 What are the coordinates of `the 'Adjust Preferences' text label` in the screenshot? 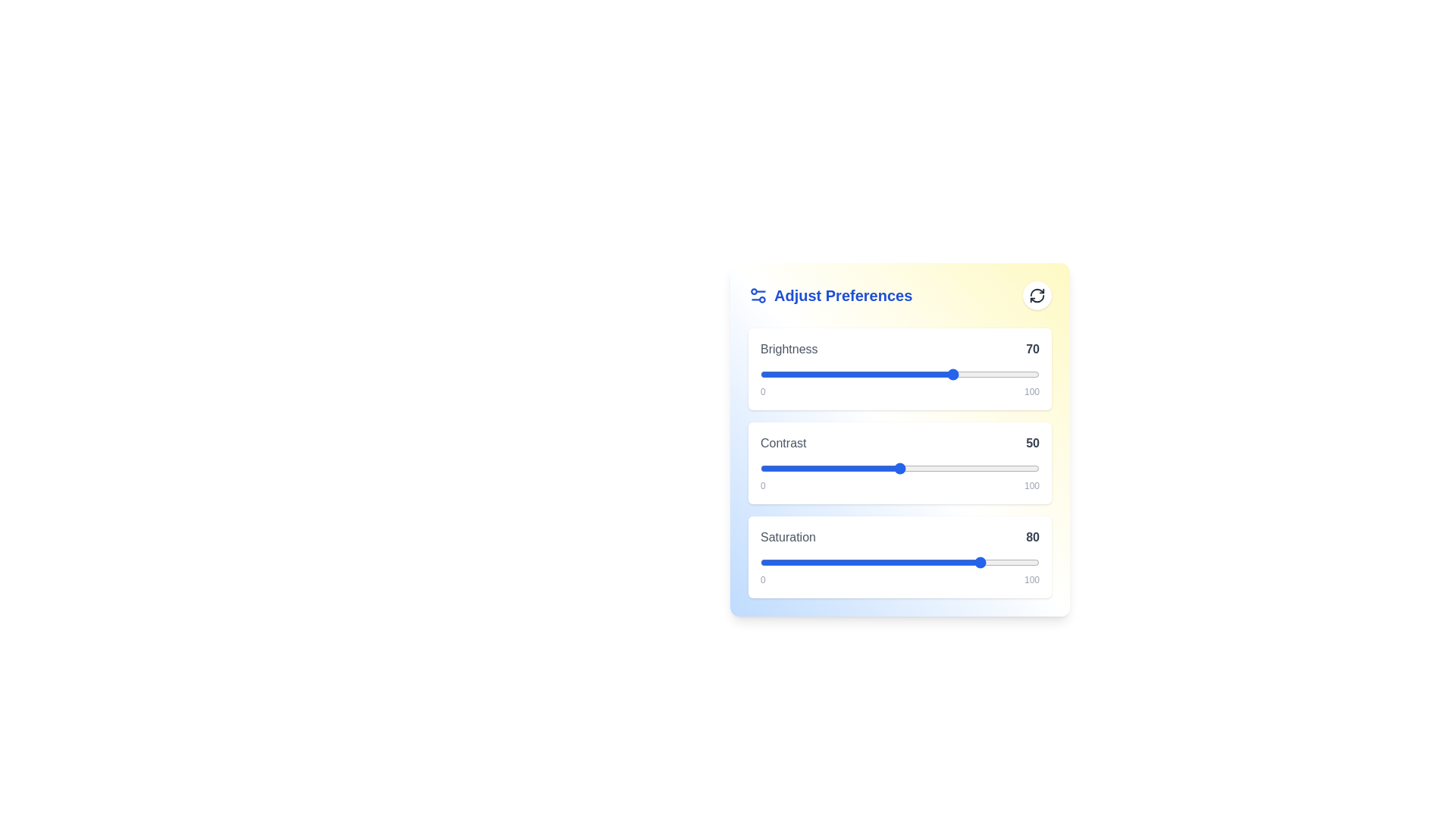 It's located at (830, 295).